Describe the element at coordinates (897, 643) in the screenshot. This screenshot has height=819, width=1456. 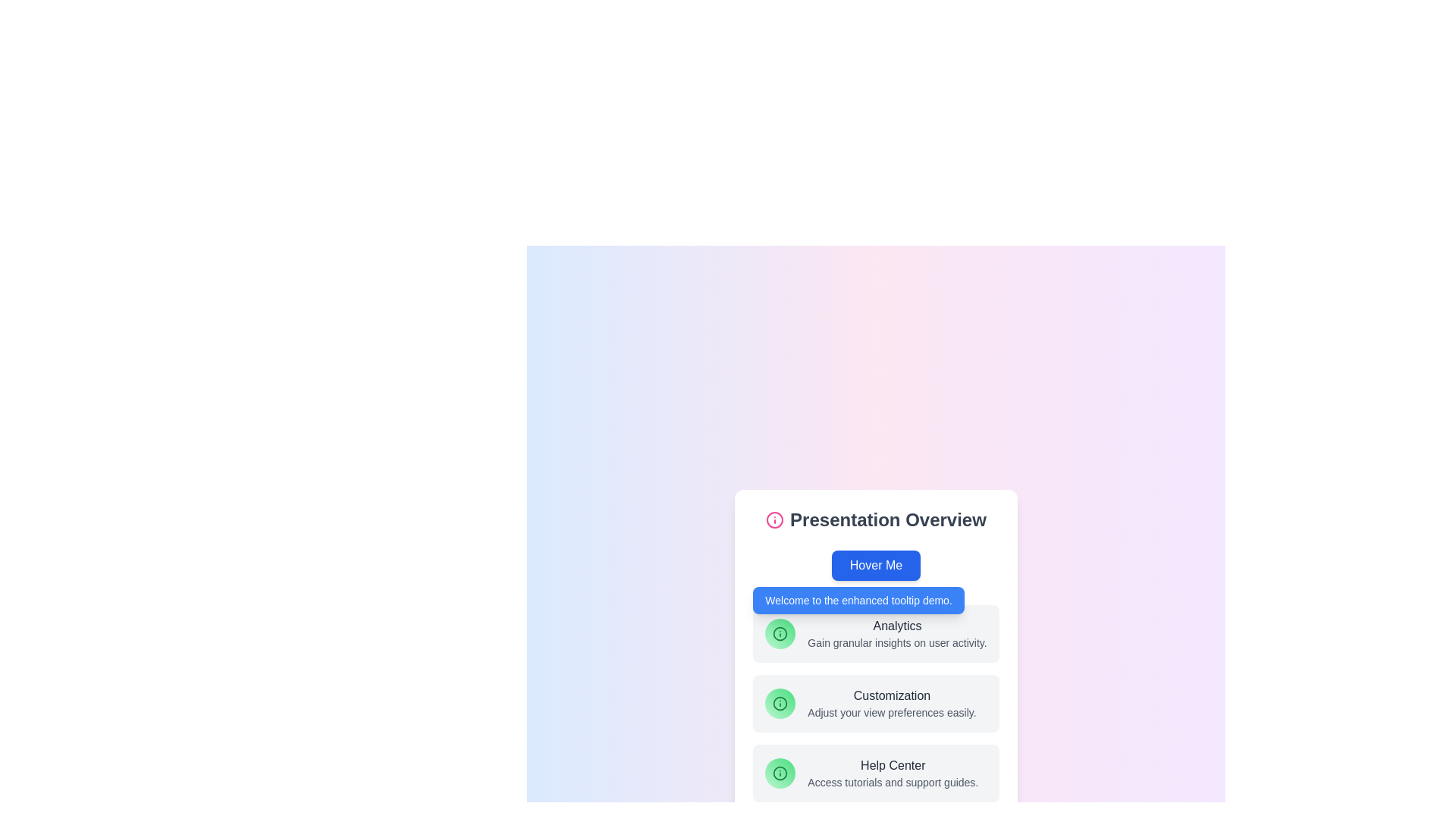
I see `the text label providing additional context for the heading 'Analytics', located beneath the heading within a card-like panel` at that location.